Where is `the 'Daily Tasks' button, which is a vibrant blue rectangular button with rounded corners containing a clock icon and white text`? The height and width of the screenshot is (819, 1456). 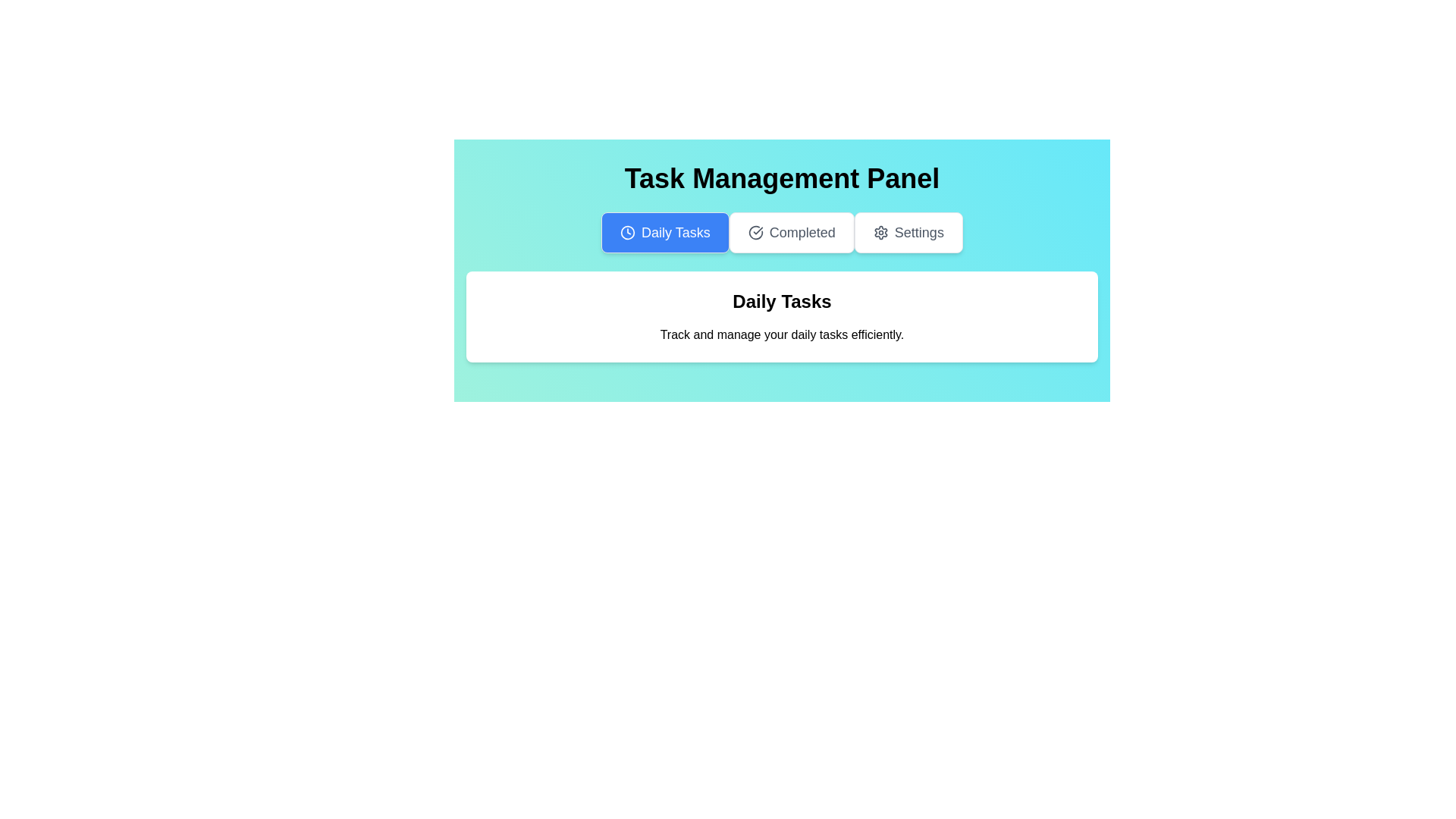 the 'Daily Tasks' button, which is a vibrant blue rectangular button with rounded corners containing a clock icon and white text is located at coordinates (665, 233).